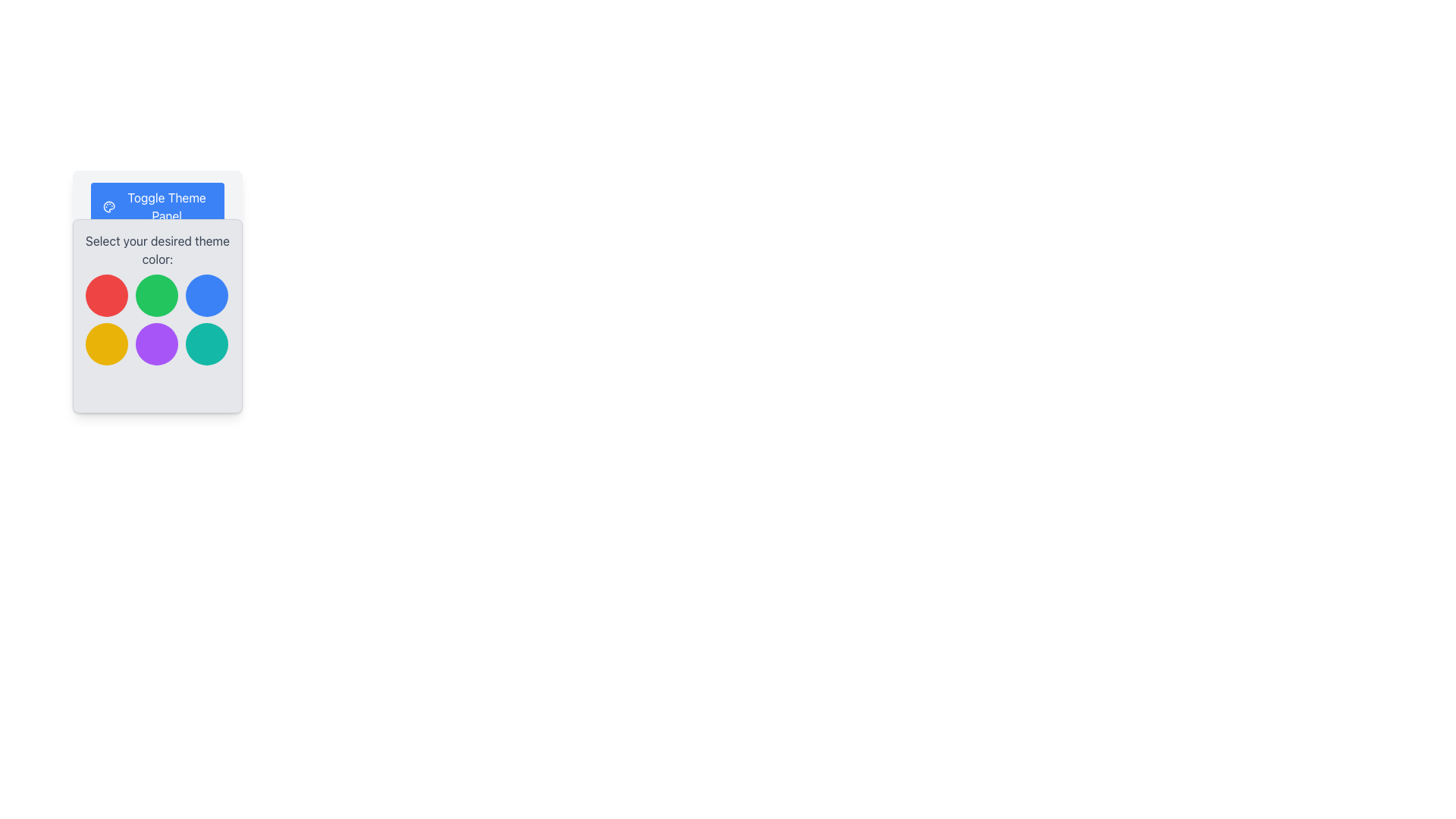  Describe the element at coordinates (105, 295) in the screenshot. I see `the color selection button for red, which is the first button in a 3x2 grid layout located at the top-left corner` at that location.